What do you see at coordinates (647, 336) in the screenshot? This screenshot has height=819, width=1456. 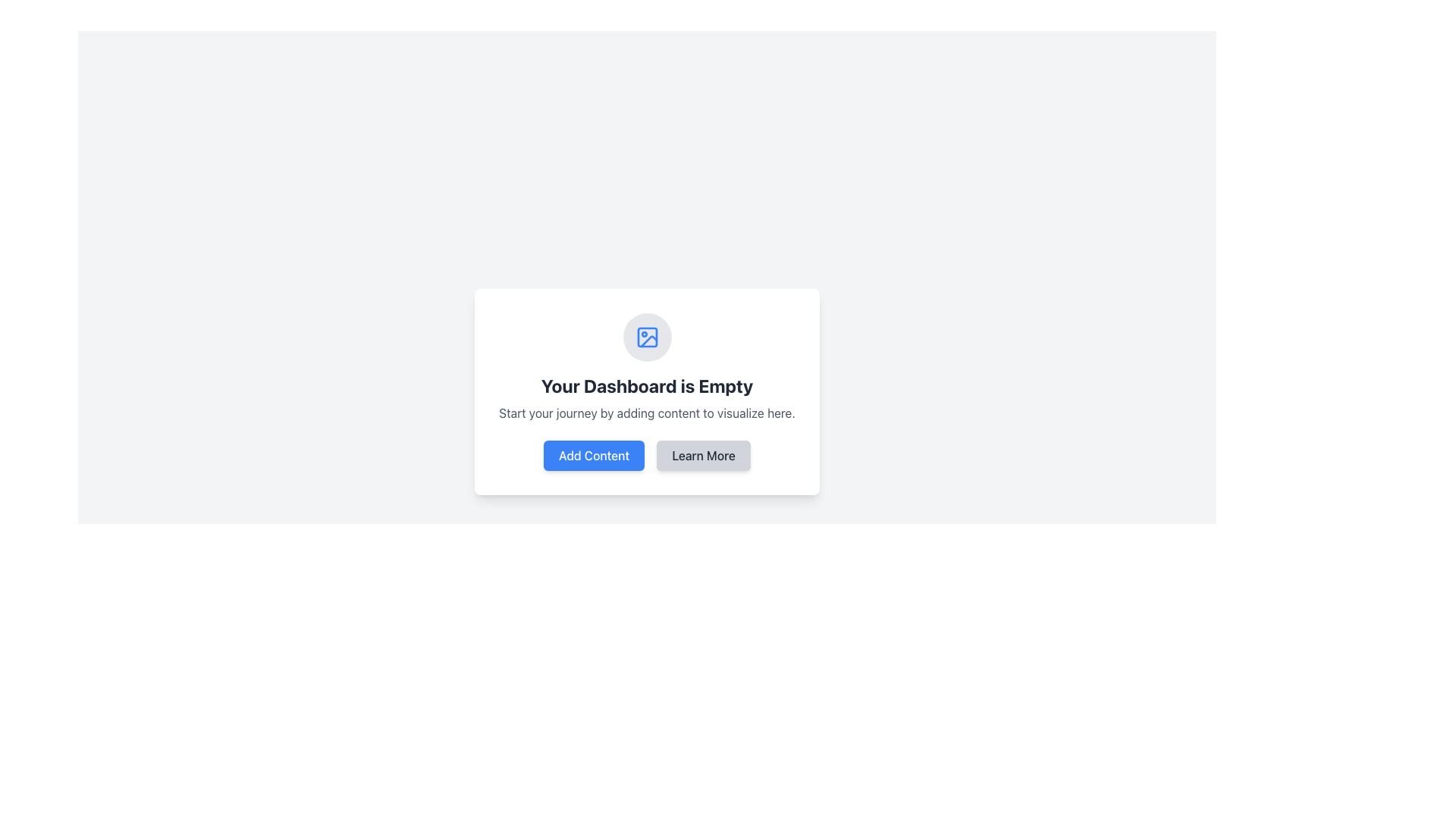 I see `the image icon with a blue outline and light gray circular background located at the top of the card interface` at bounding box center [647, 336].